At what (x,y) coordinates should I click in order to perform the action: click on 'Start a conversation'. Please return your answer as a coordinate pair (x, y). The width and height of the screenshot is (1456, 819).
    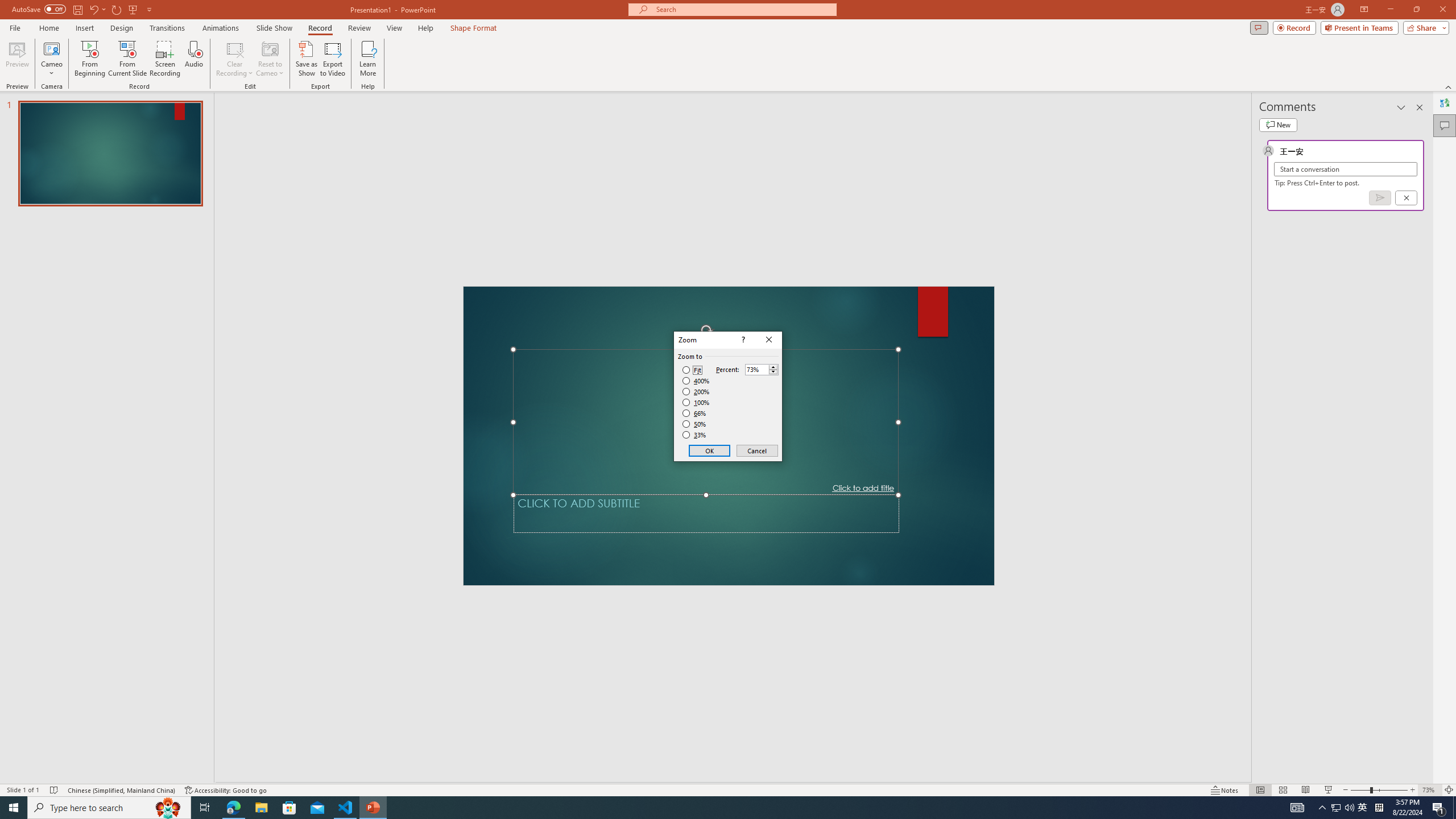
    Looking at the image, I should click on (1345, 168).